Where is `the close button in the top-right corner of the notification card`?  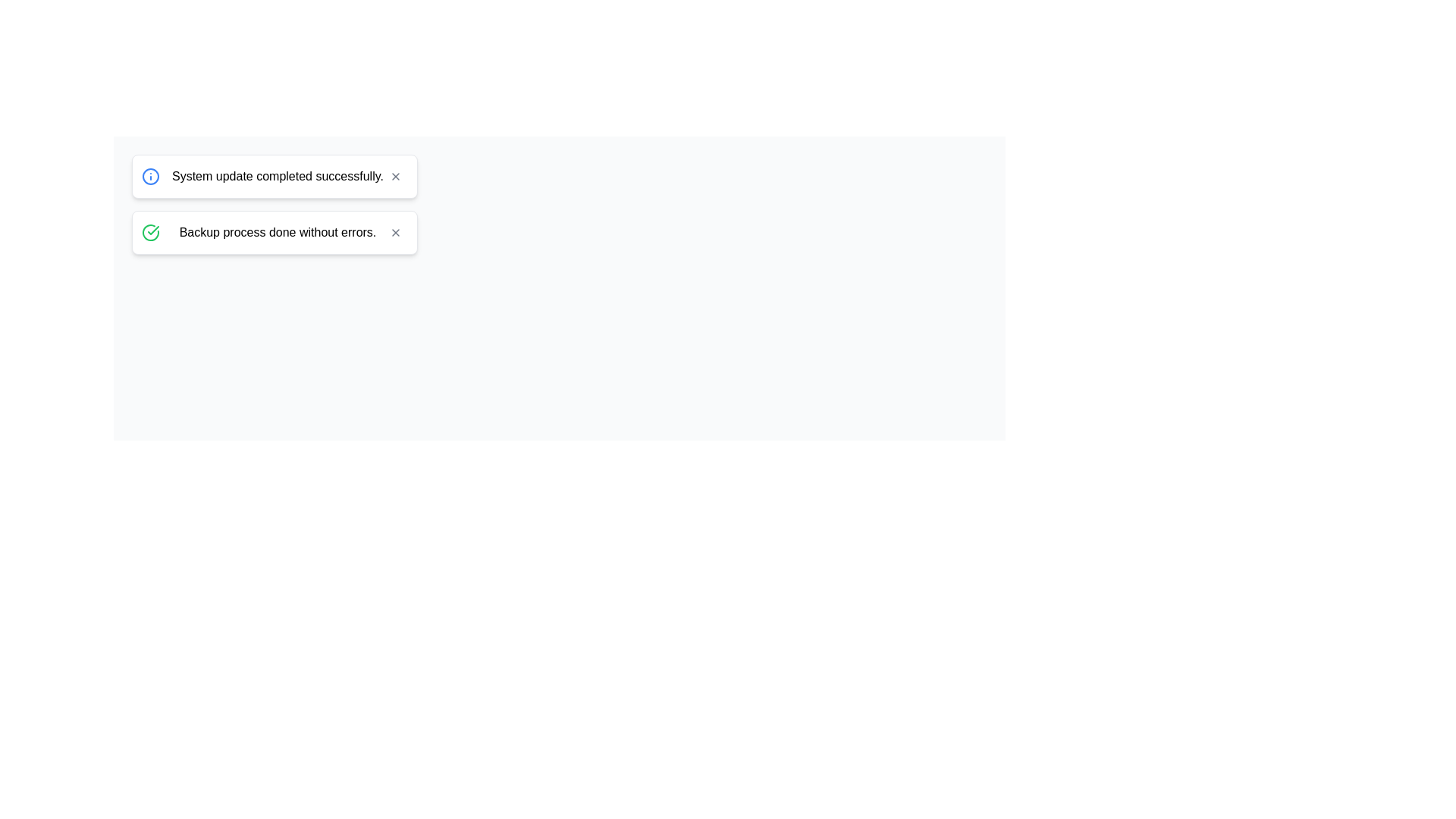
the close button in the top-right corner of the notification card is located at coordinates (395, 175).